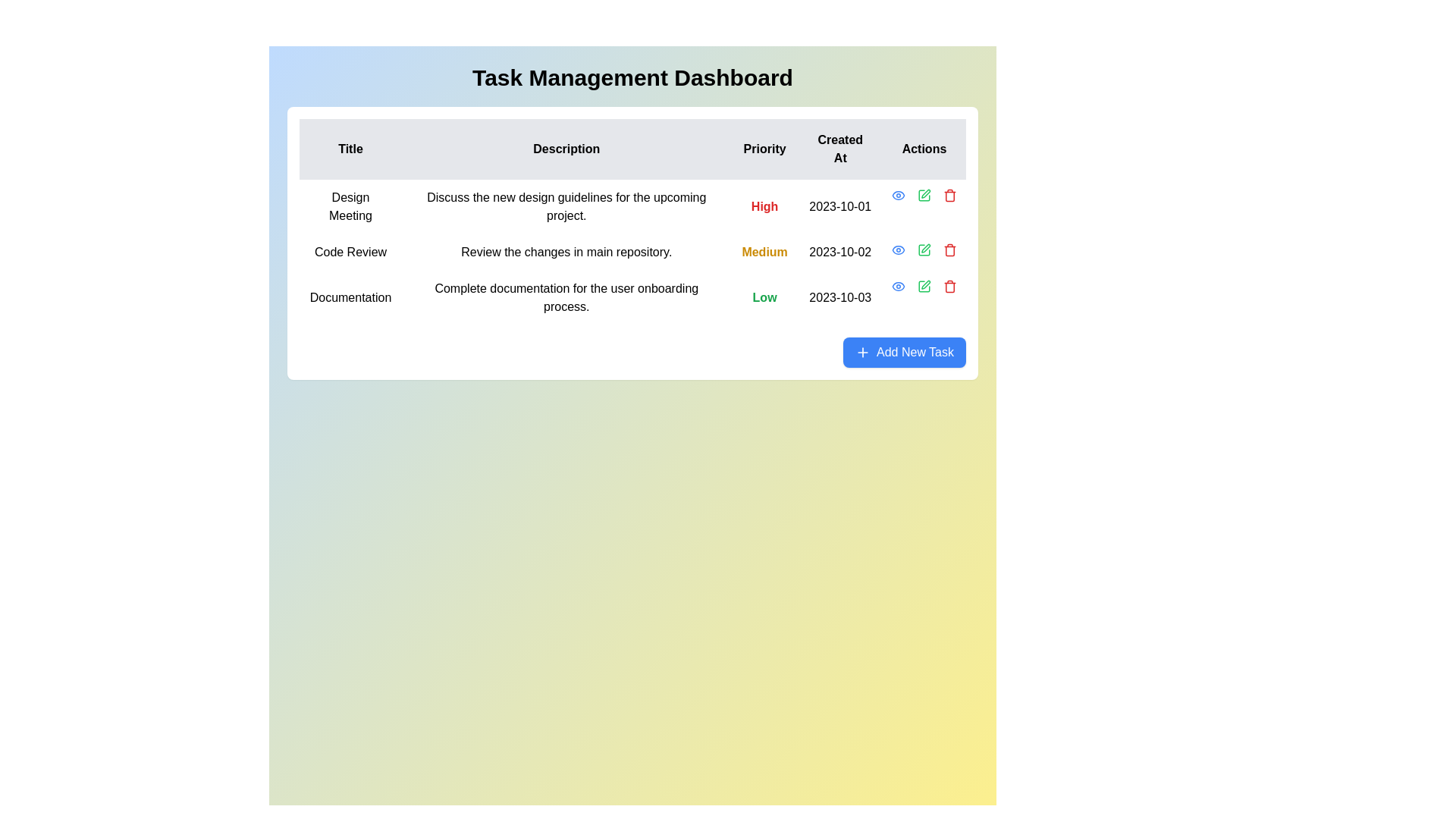 Image resolution: width=1456 pixels, height=819 pixels. What do you see at coordinates (566, 298) in the screenshot?
I see `the text label displaying 'Complete documentation for the user onboarding process.' located in the 'Description' column, third row of the grid layout` at bounding box center [566, 298].